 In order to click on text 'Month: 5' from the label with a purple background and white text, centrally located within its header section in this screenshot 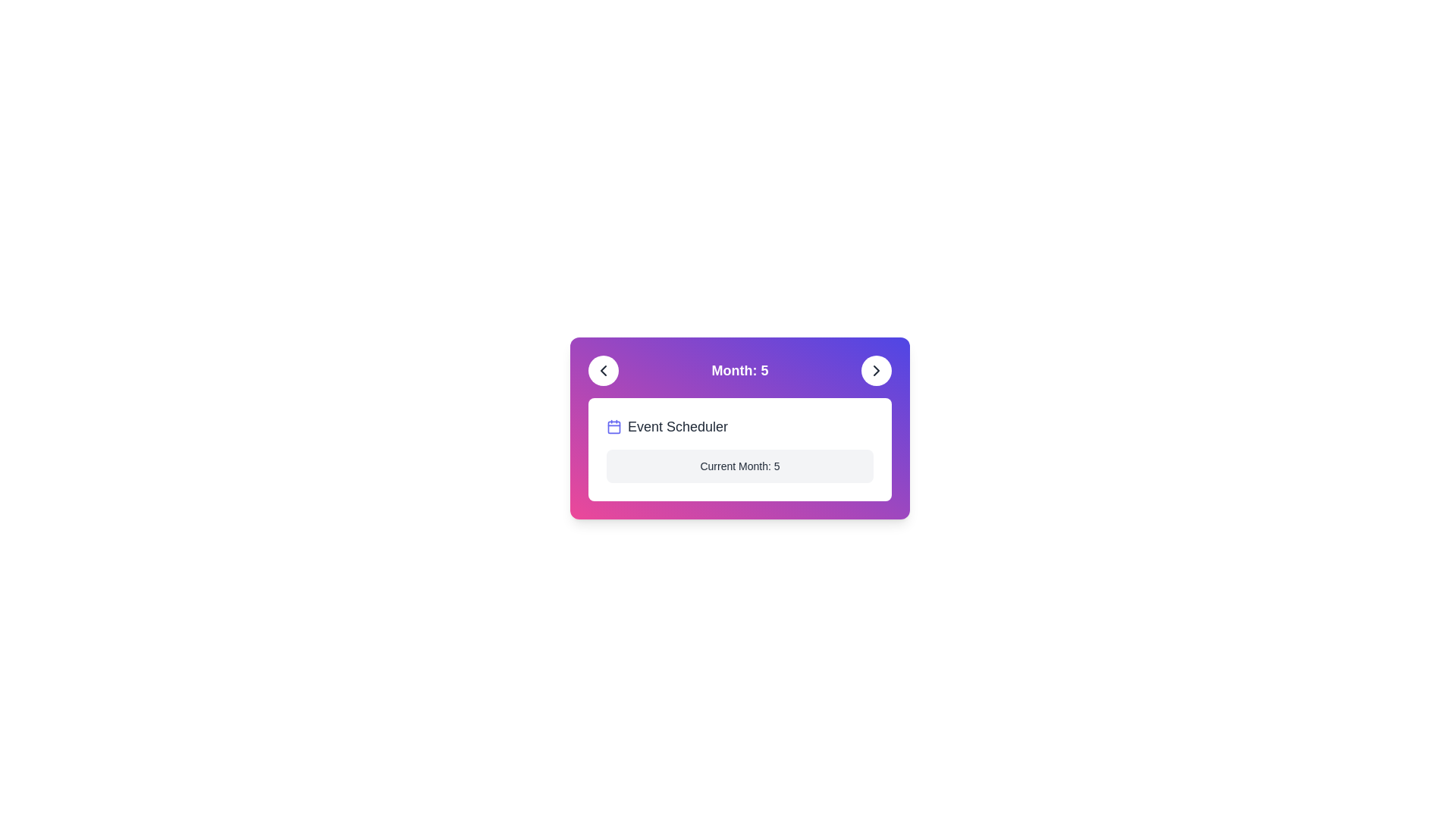, I will do `click(739, 371)`.